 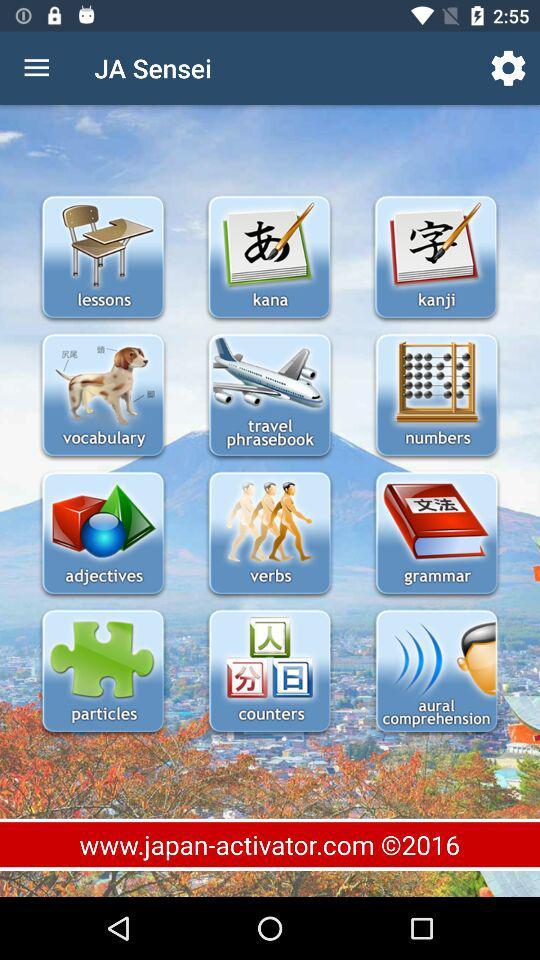 What do you see at coordinates (435, 673) in the screenshot?
I see `comprehension` at bounding box center [435, 673].